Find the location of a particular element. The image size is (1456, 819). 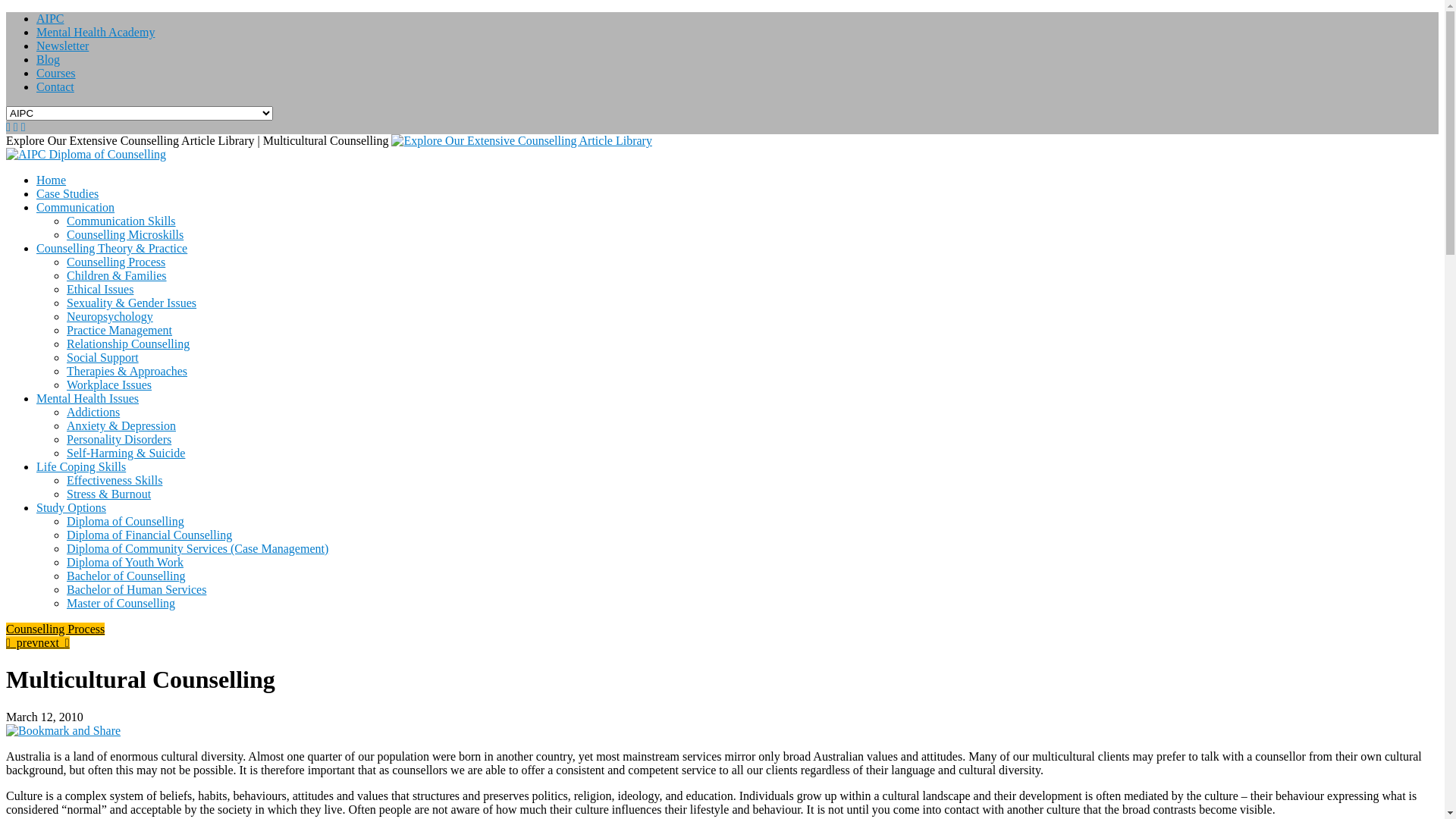

'Study Options' is located at coordinates (71, 507).